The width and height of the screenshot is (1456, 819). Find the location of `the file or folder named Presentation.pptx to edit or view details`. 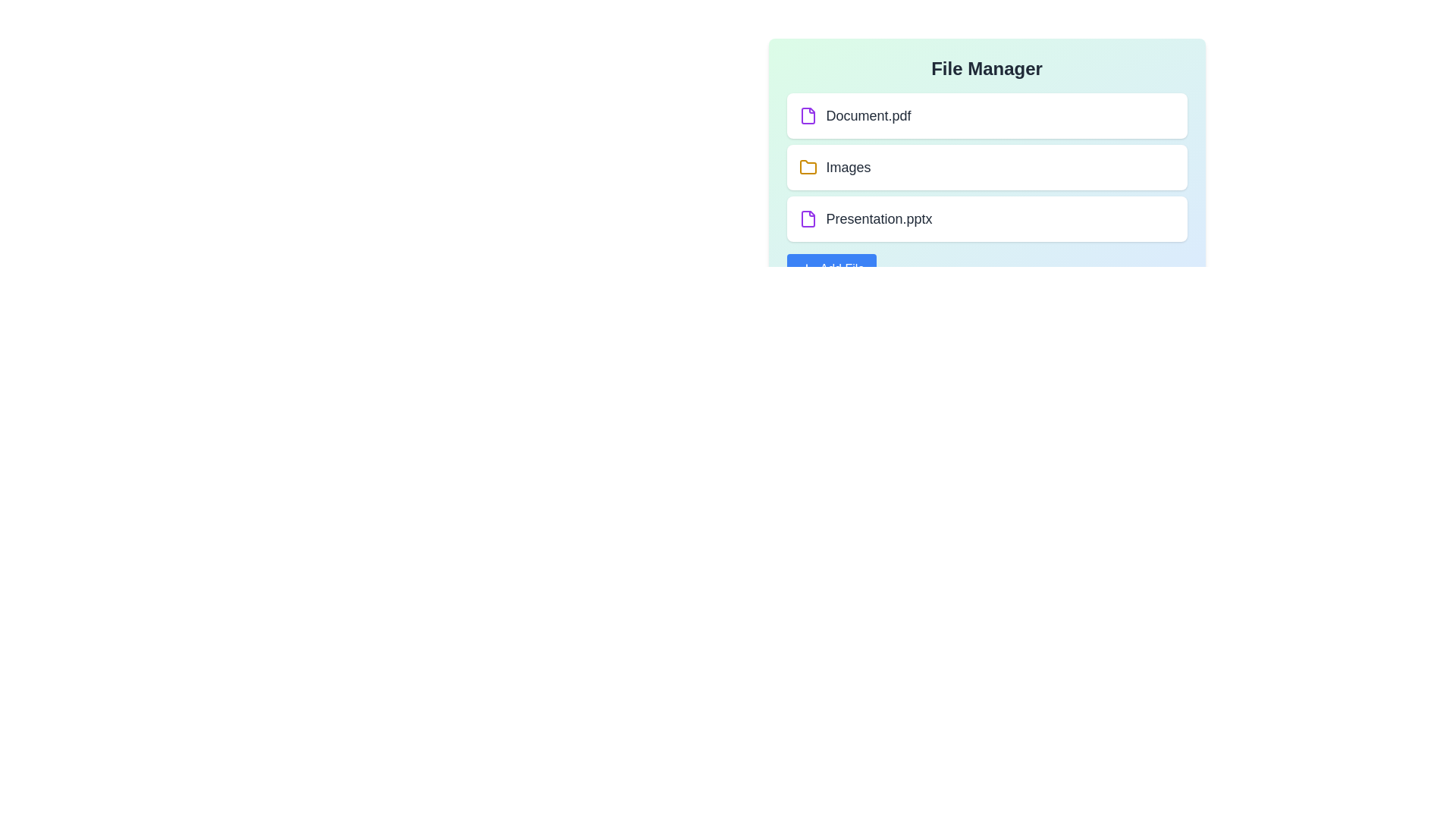

the file or folder named Presentation.pptx to edit or view details is located at coordinates (987, 219).